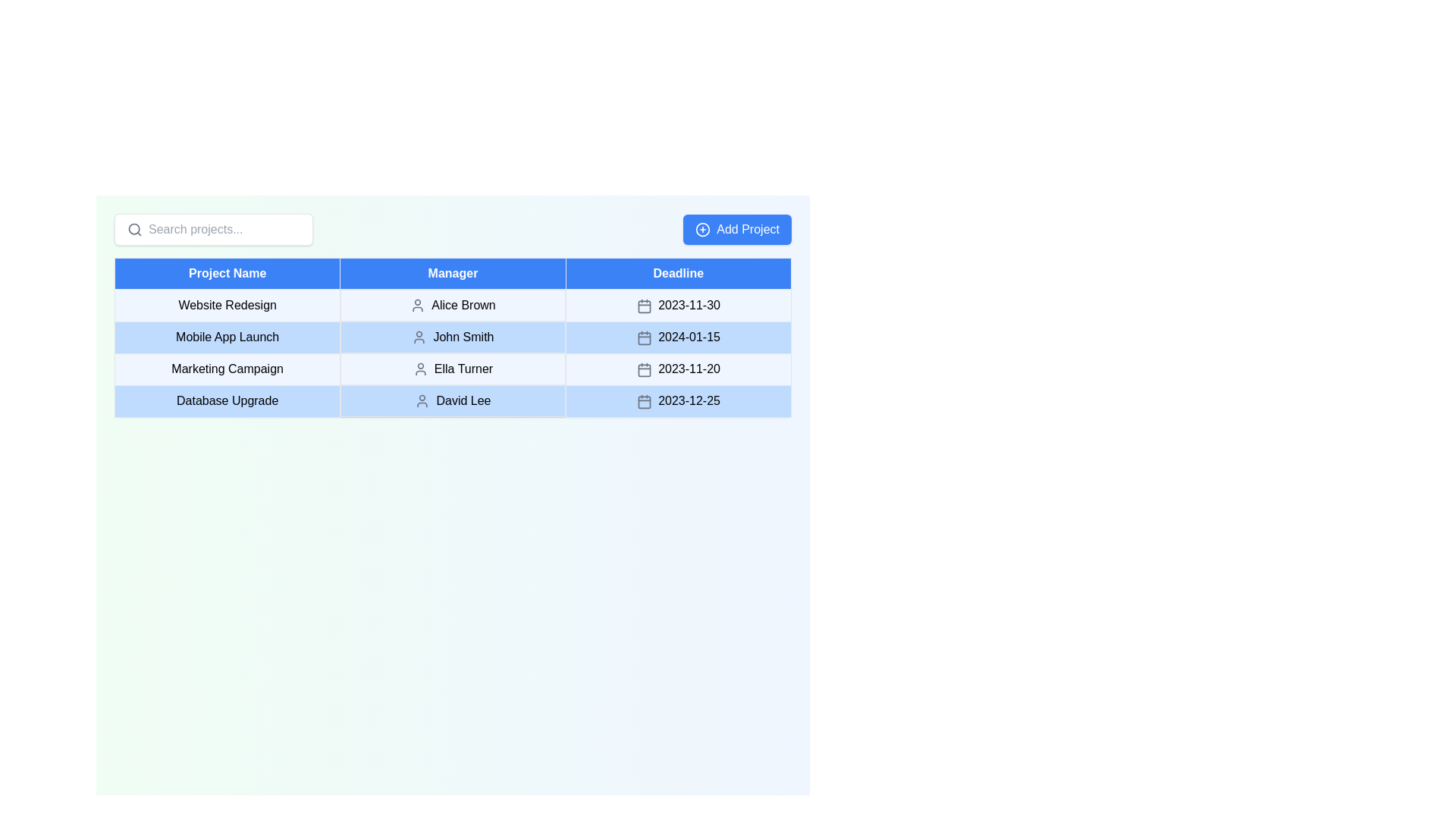 This screenshot has width=1456, height=819. What do you see at coordinates (452, 369) in the screenshot?
I see `the third row of the project schedule table` at bounding box center [452, 369].